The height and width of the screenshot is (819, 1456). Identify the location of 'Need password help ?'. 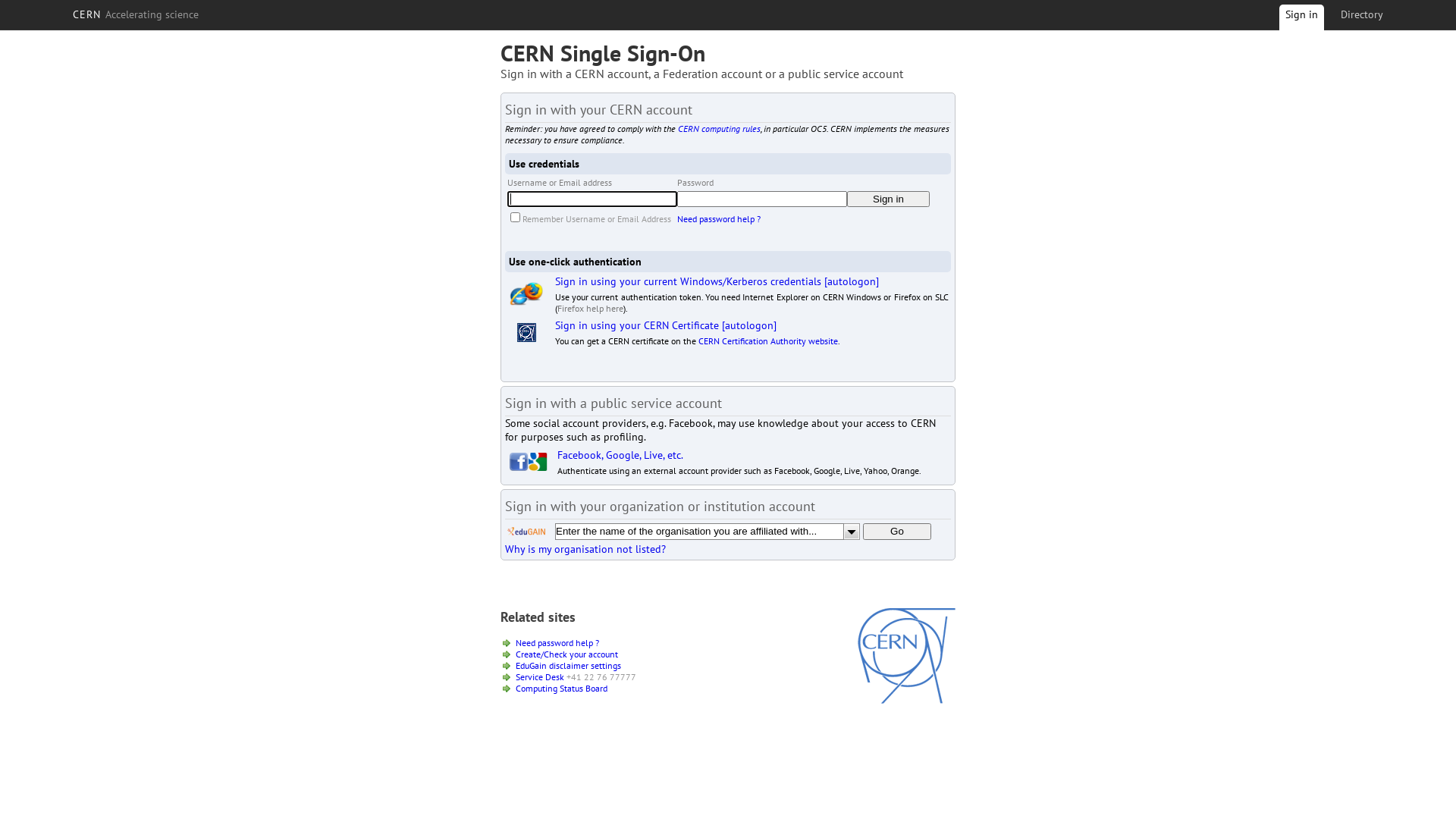
(556, 642).